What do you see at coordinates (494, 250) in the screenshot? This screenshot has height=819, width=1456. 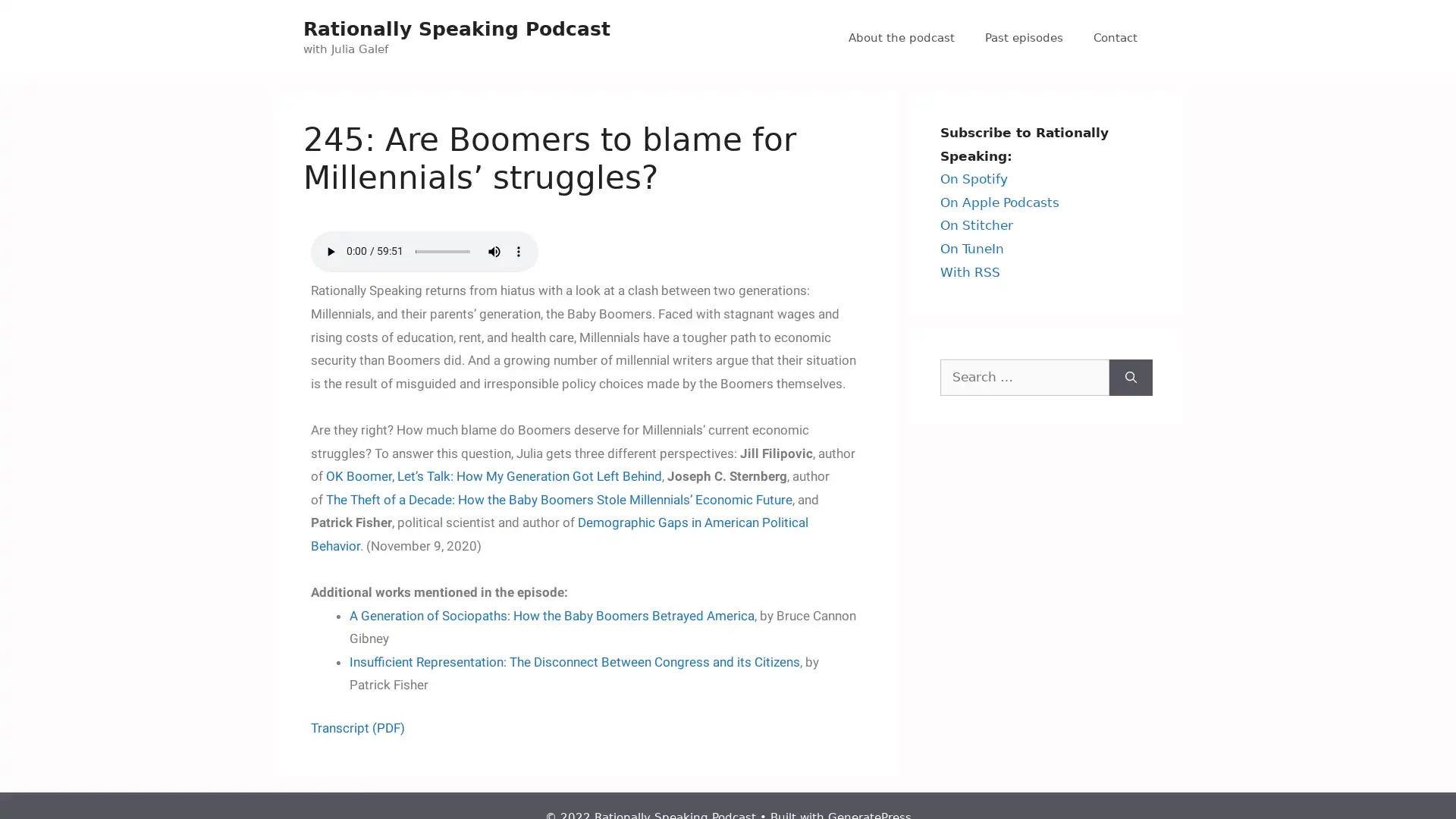 I see `mute` at bounding box center [494, 250].